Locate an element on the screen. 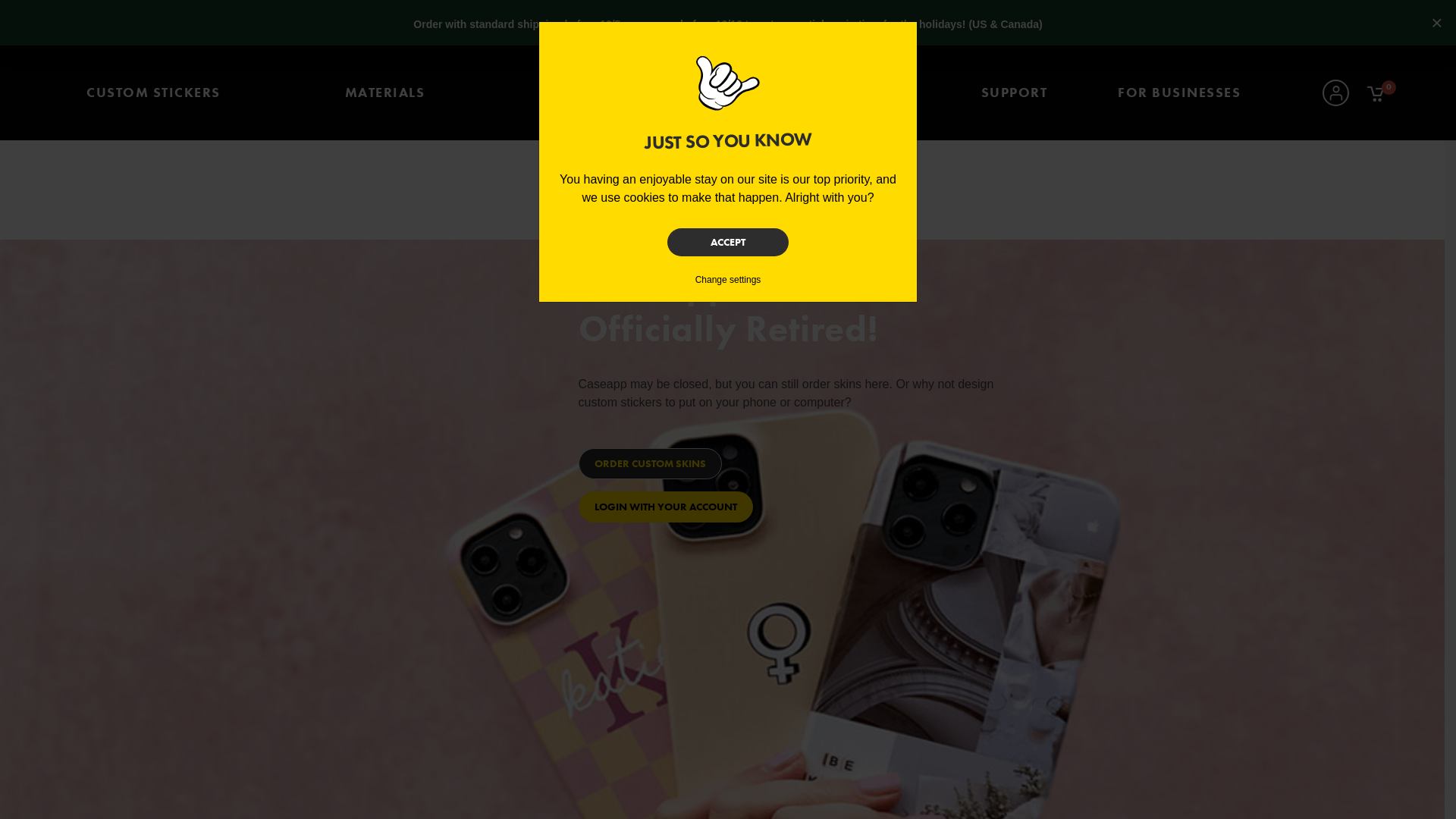 This screenshot has height=819, width=1456. 'CUSTOM STICKERS' is located at coordinates (153, 93).